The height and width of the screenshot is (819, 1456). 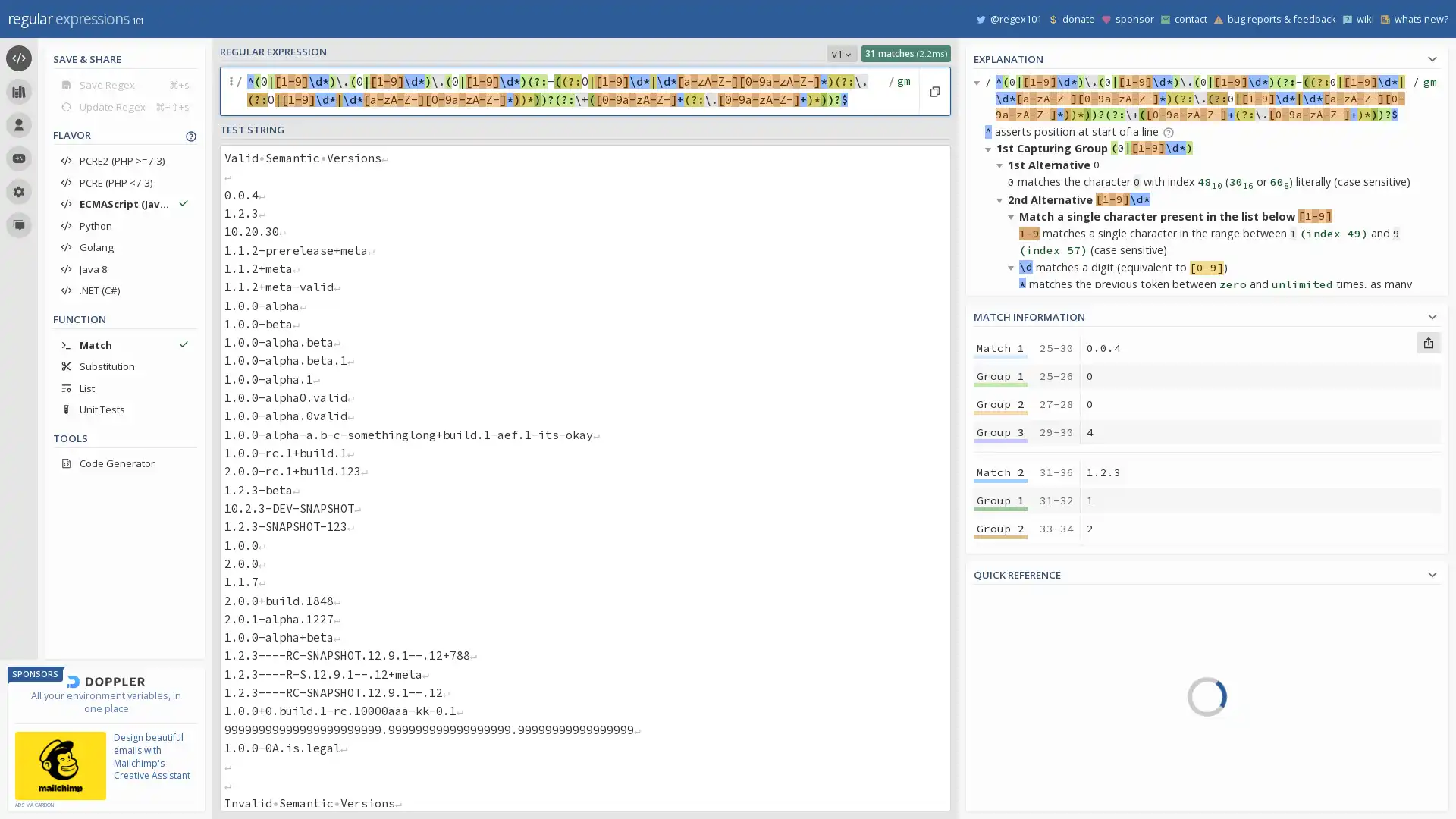 I want to click on Save Regex +s, so click(x=124, y=84).